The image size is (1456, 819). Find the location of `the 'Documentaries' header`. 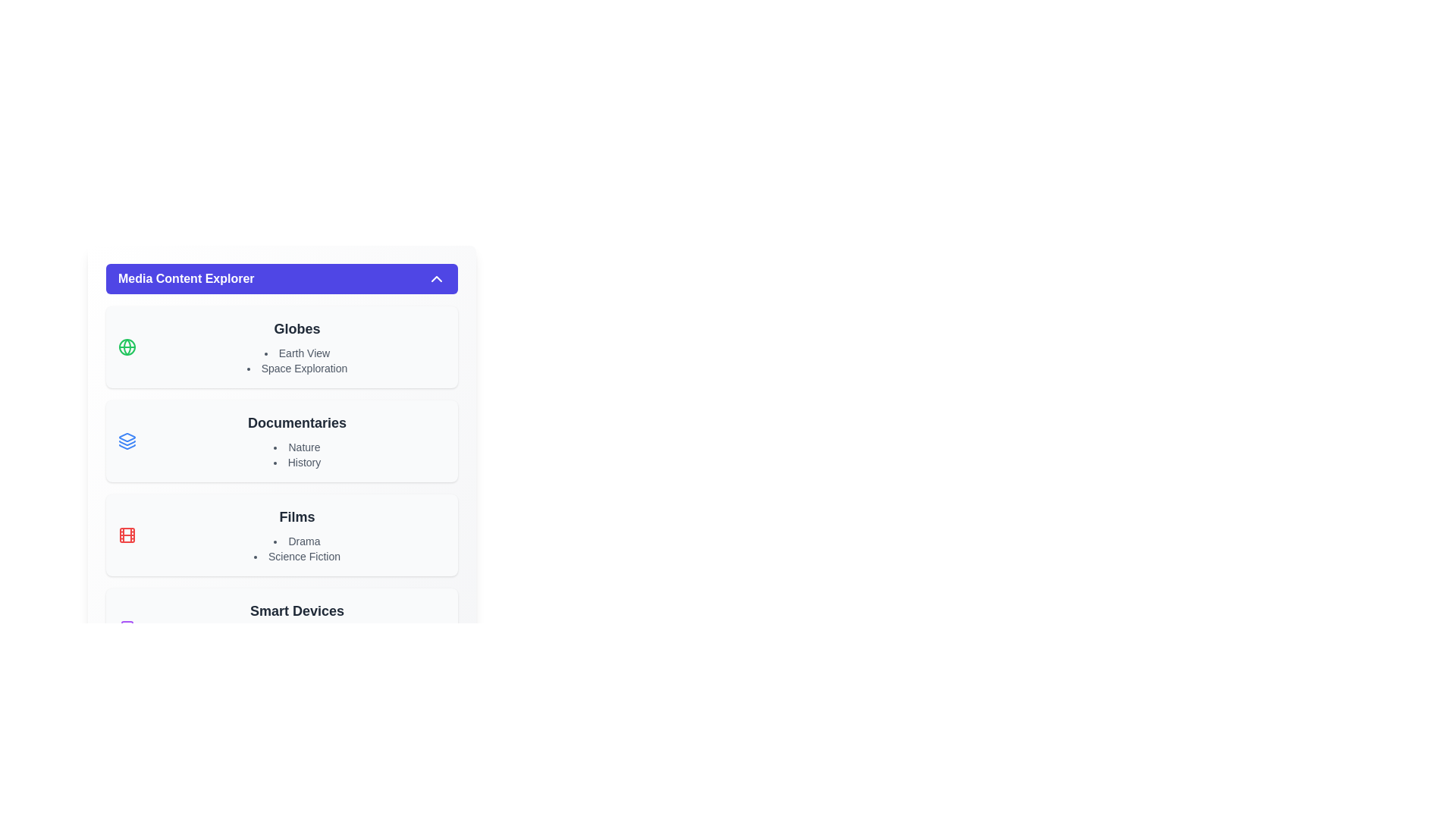

the 'Documentaries' header is located at coordinates (297, 441).